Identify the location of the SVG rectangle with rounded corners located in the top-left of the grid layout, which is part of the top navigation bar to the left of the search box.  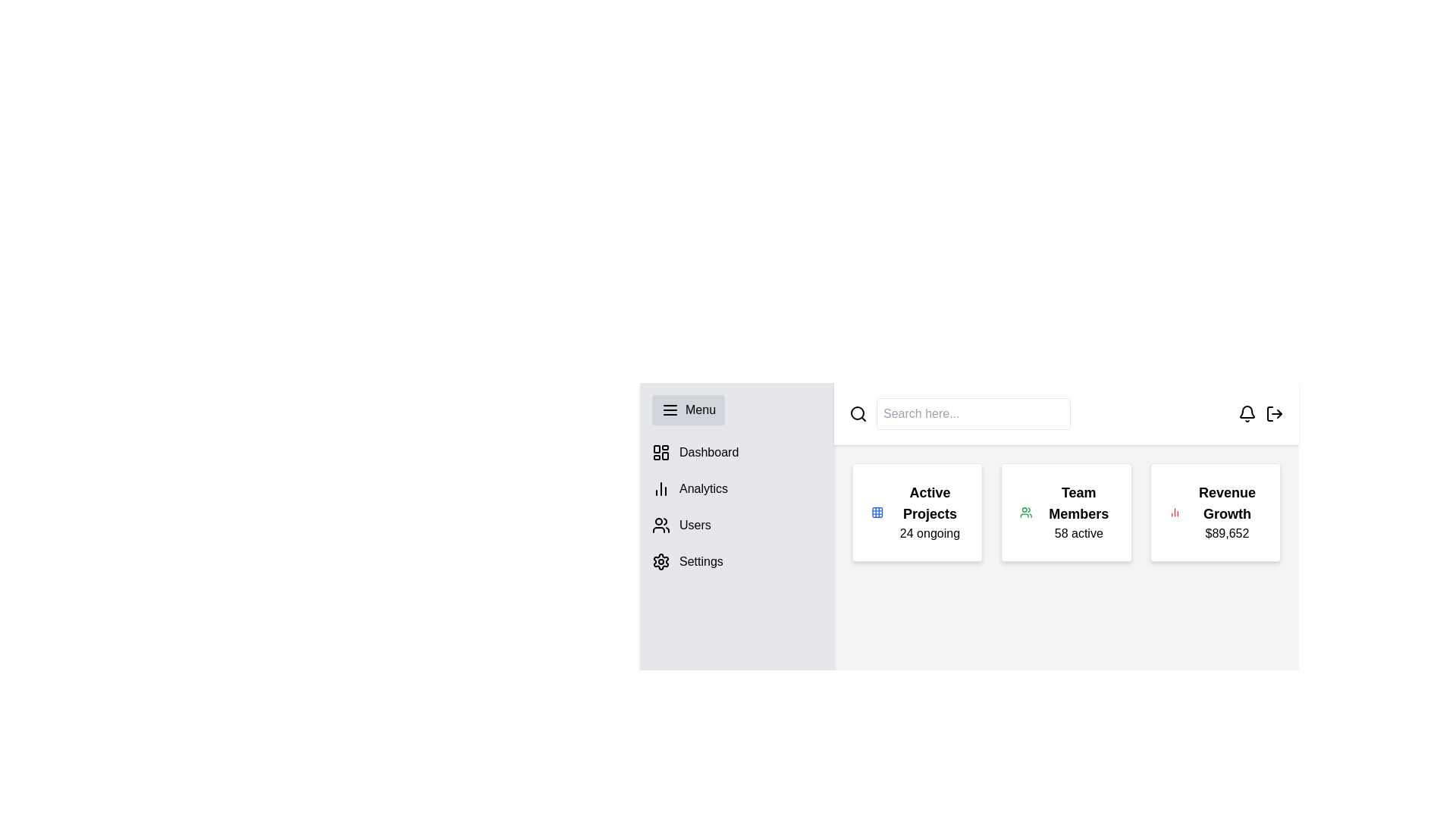
(877, 512).